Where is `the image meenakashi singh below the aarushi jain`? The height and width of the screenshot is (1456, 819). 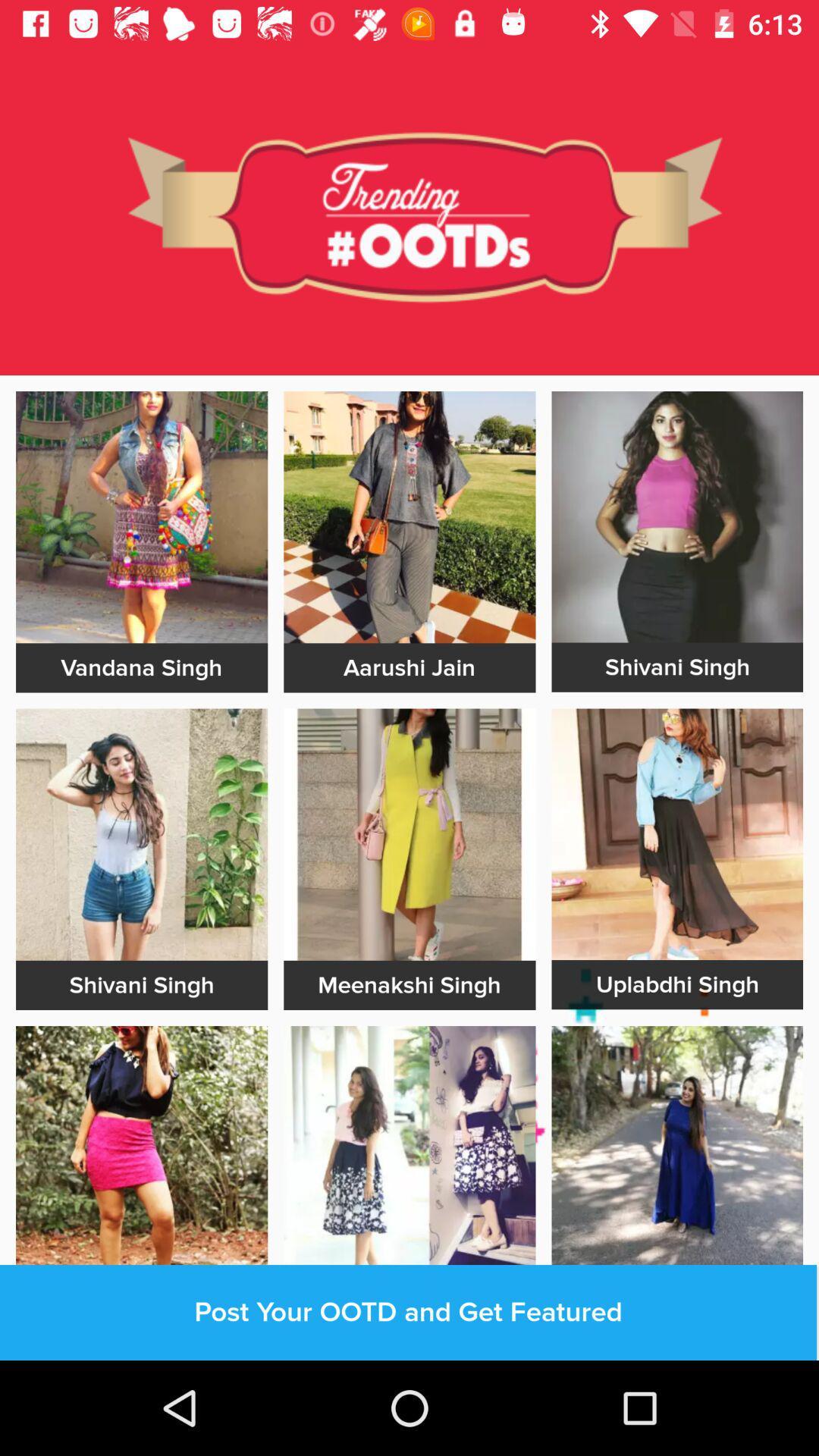 the image meenakashi singh below the aarushi jain is located at coordinates (409, 833).